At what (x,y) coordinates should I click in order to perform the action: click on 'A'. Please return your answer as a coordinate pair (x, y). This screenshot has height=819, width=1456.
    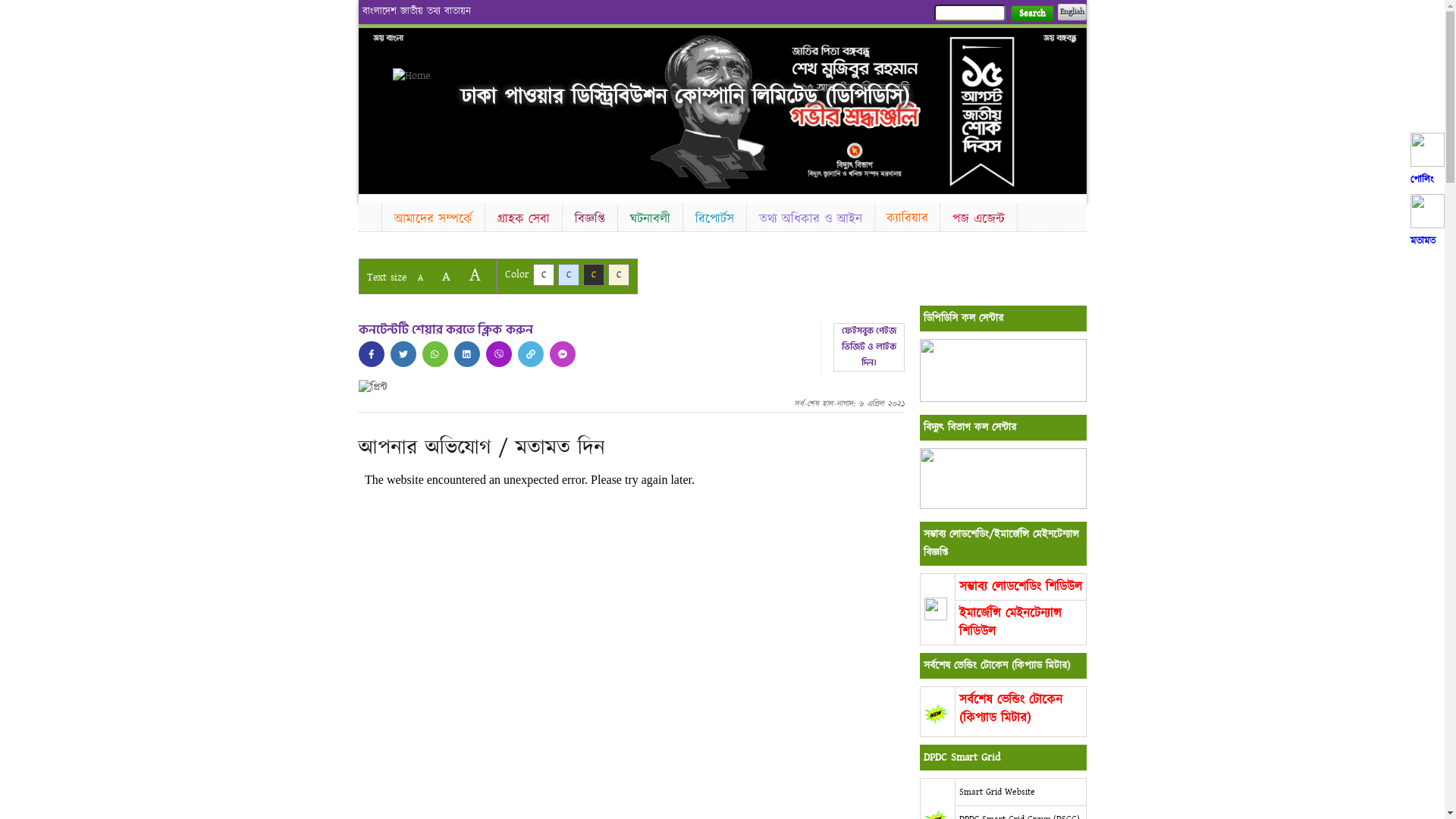
    Looking at the image, I should click on (419, 278).